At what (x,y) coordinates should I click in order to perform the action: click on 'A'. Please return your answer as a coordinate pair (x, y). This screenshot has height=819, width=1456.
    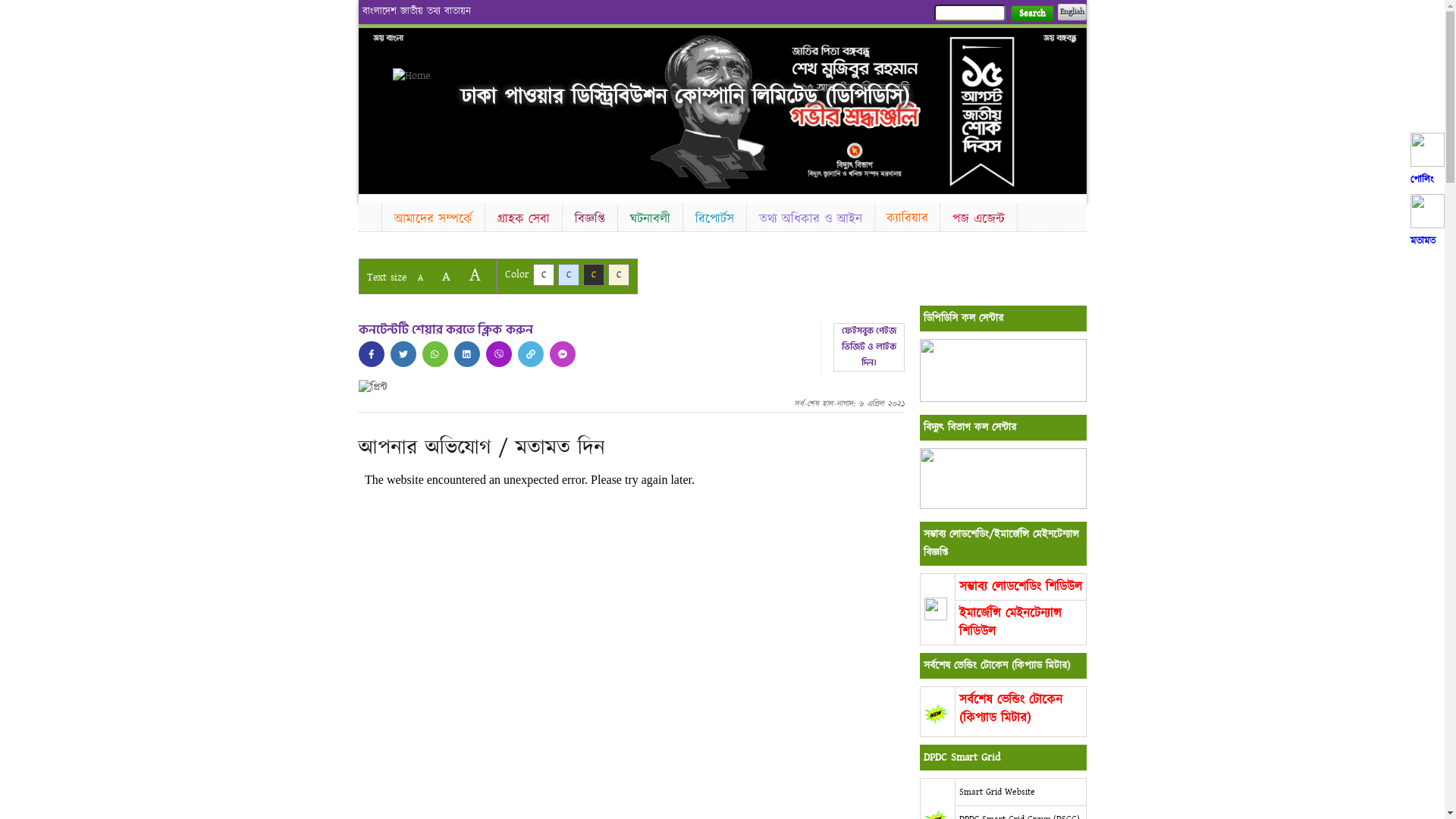
    Looking at the image, I should click on (419, 278).